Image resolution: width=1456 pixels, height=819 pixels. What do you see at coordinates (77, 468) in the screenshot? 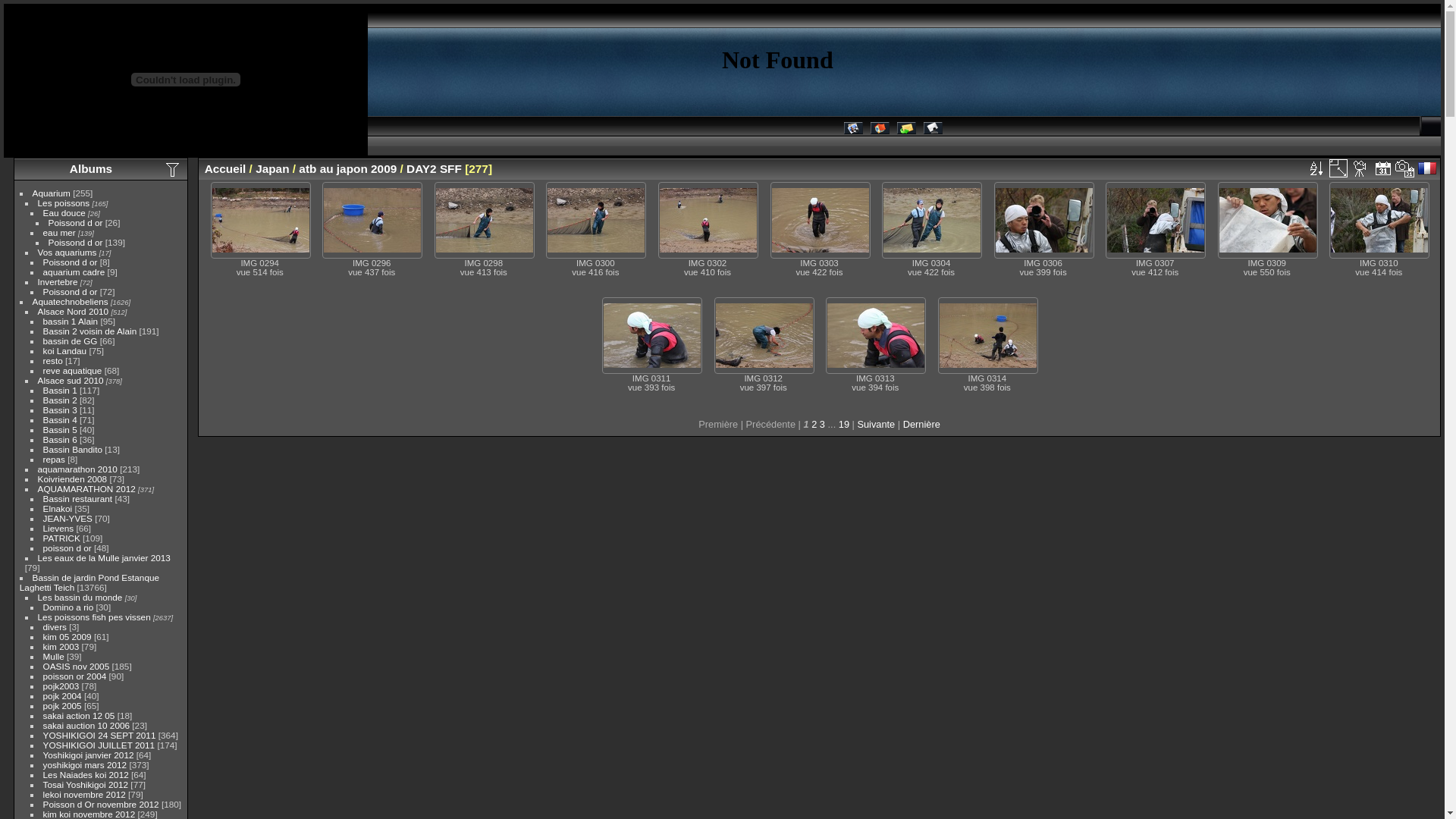
I see `'aquamarathon 2010'` at bounding box center [77, 468].